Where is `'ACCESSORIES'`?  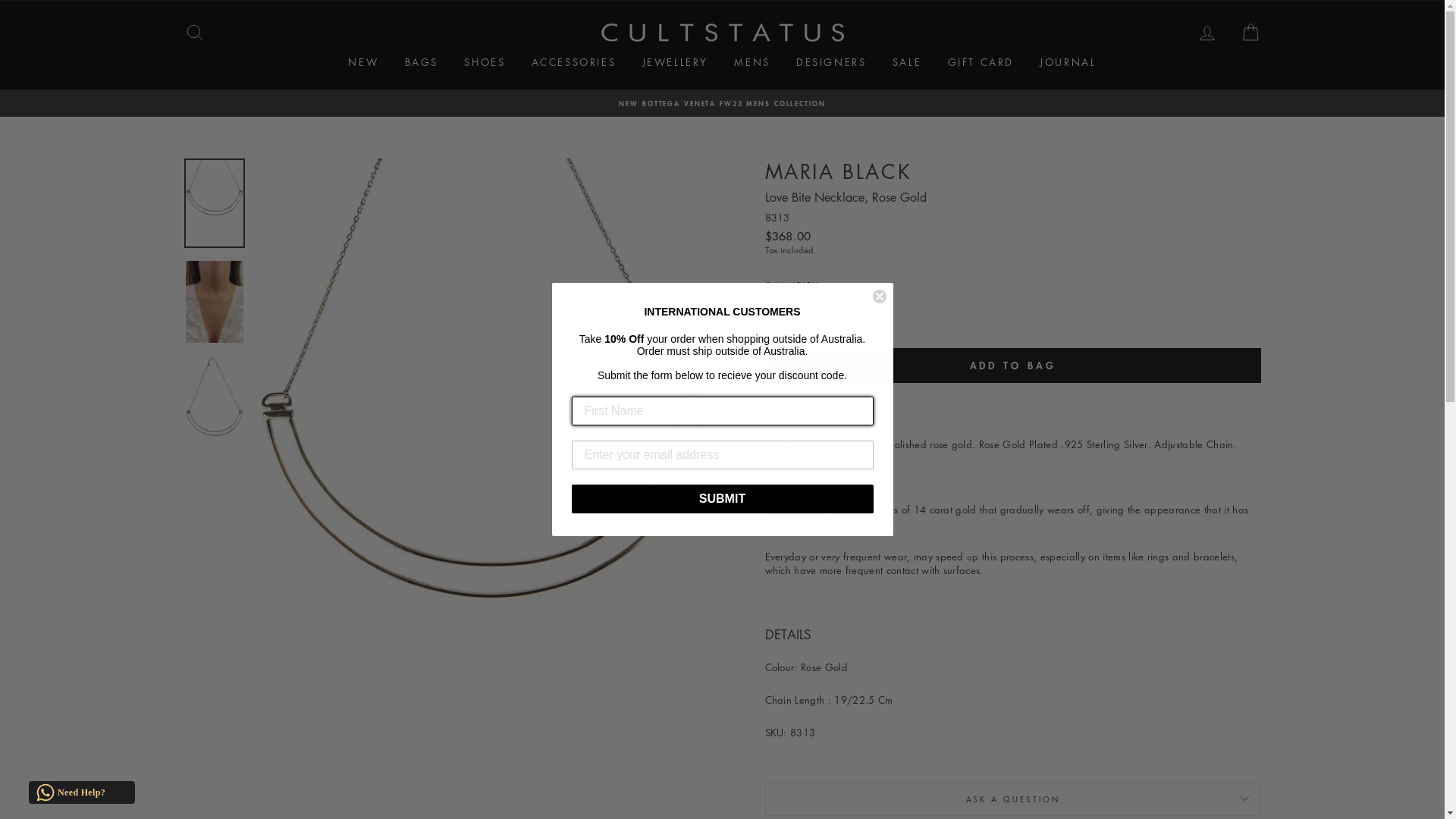
'ACCESSORIES' is located at coordinates (573, 61).